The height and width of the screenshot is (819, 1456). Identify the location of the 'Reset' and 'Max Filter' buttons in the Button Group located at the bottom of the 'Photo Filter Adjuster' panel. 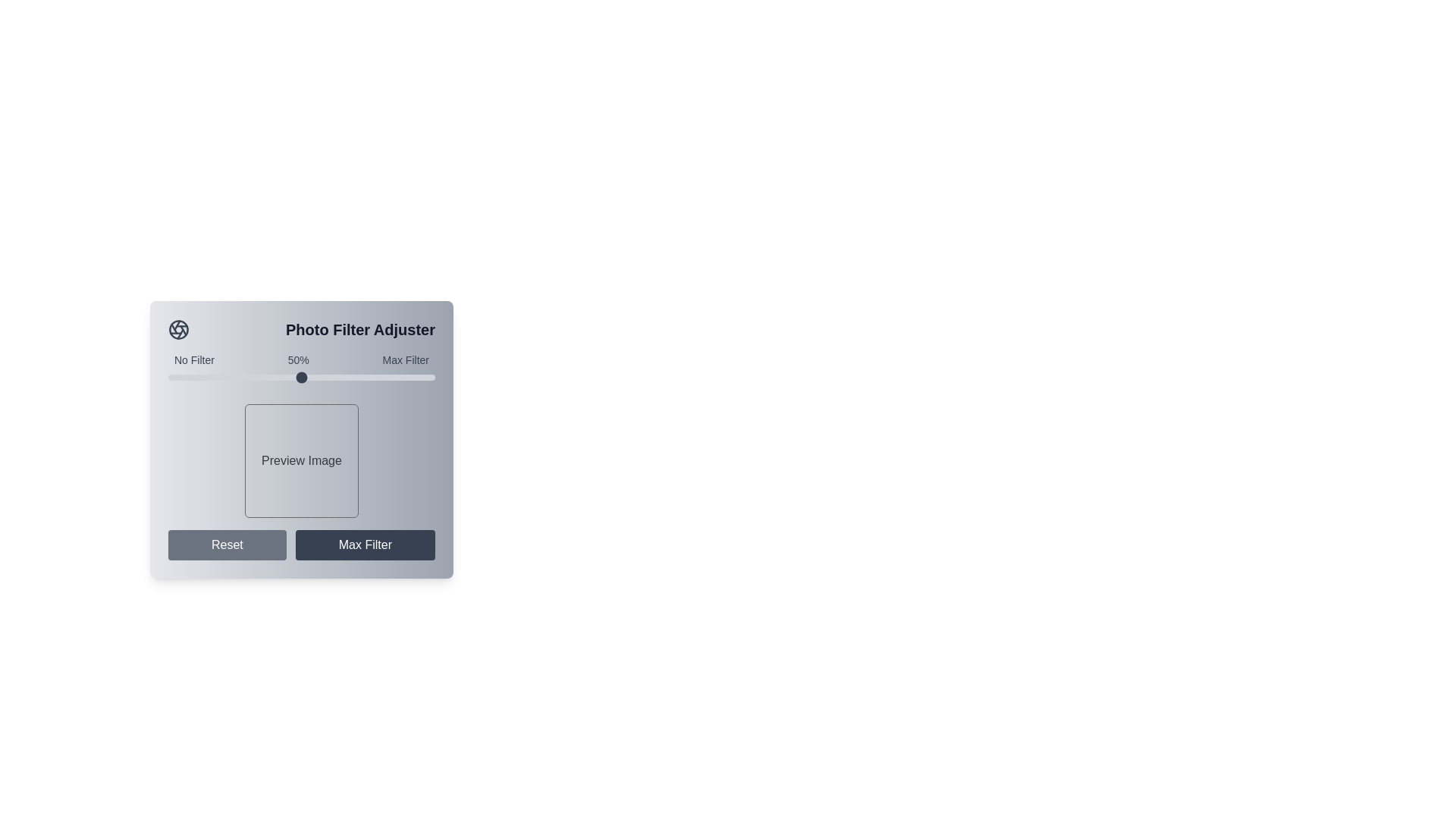
(302, 544).